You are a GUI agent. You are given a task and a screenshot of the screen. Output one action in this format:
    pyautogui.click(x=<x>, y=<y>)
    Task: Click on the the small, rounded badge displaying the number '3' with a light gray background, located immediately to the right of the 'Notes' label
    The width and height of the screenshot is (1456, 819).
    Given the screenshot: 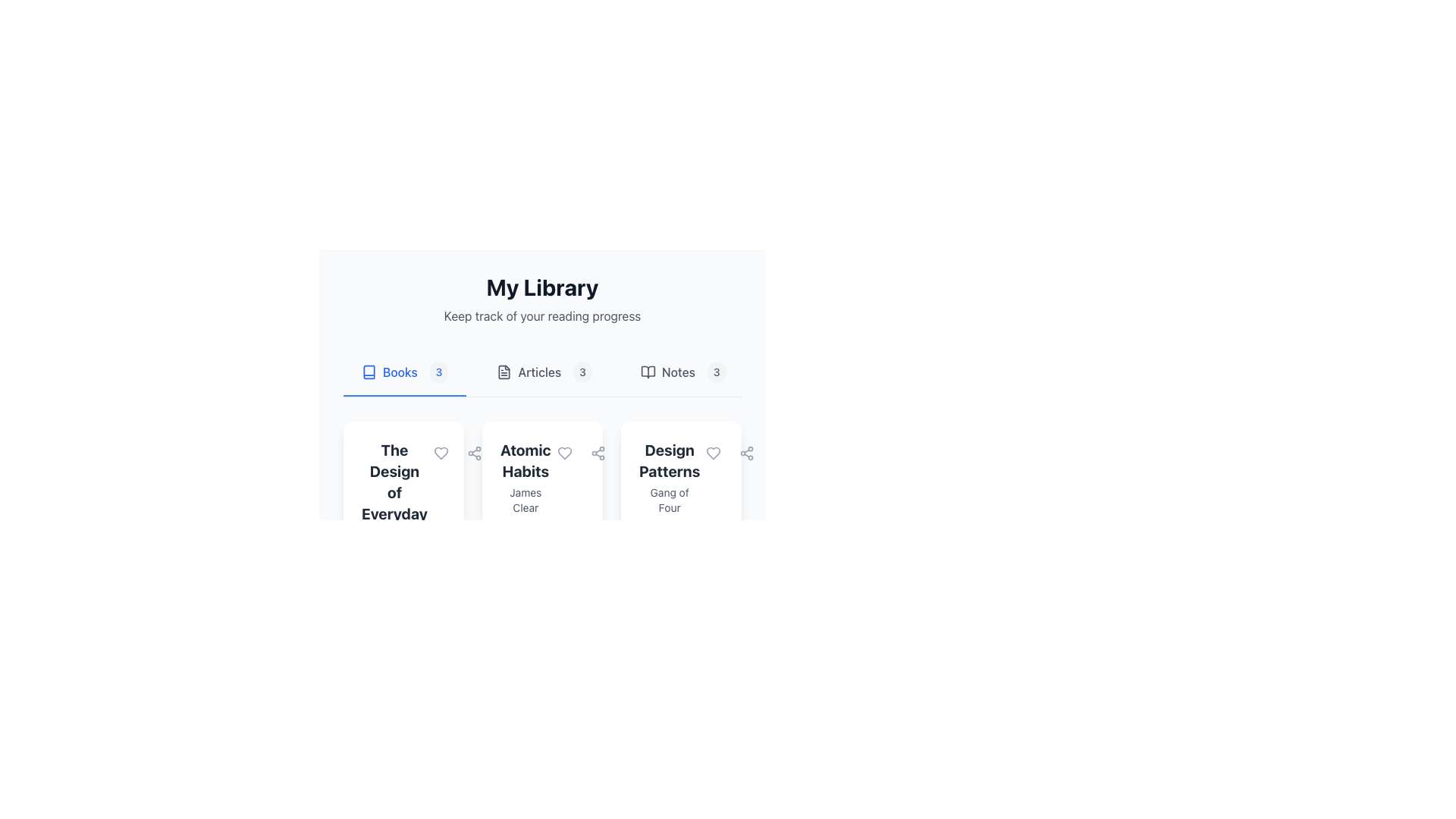 What is the action you would take?
    pyautogui.click(x=716, y=372)
    